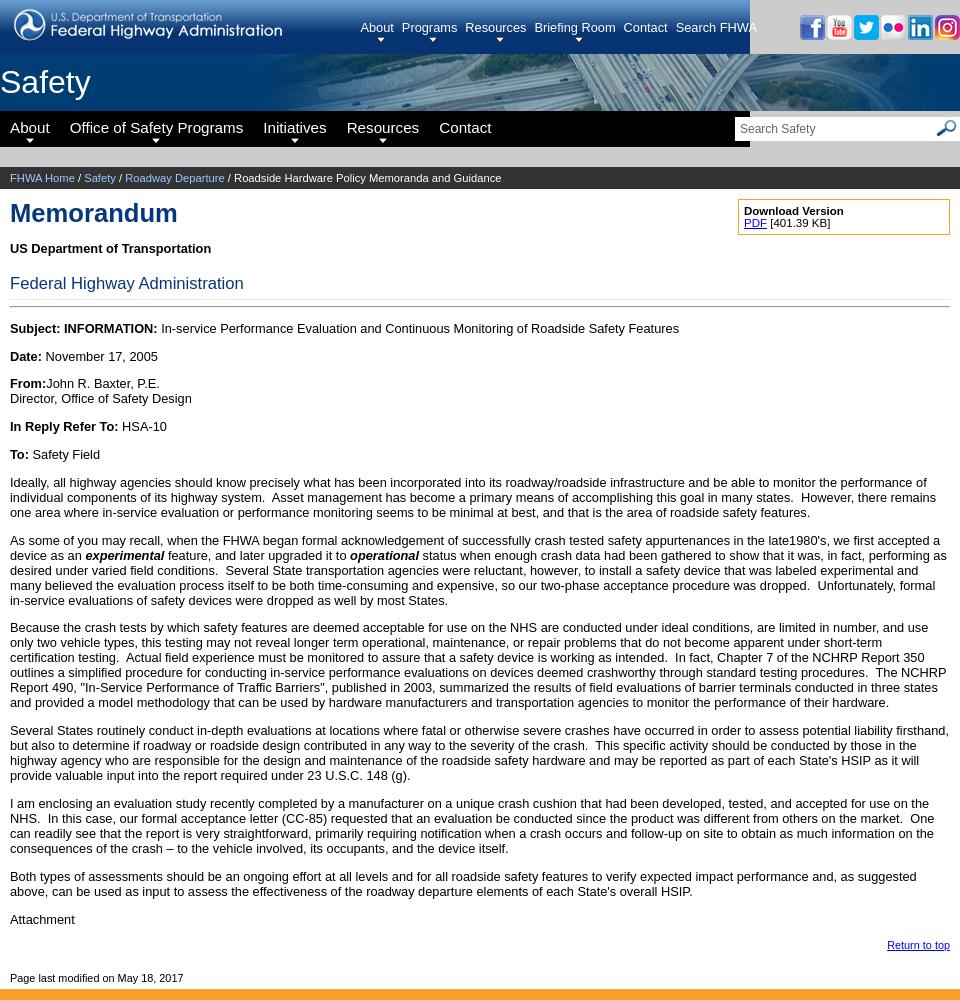 Image resolution: width=960 pixels, height=1000 pixels. Describe the element at coordinates (8, 127) in the screenshot. I see `'About'` at that location.